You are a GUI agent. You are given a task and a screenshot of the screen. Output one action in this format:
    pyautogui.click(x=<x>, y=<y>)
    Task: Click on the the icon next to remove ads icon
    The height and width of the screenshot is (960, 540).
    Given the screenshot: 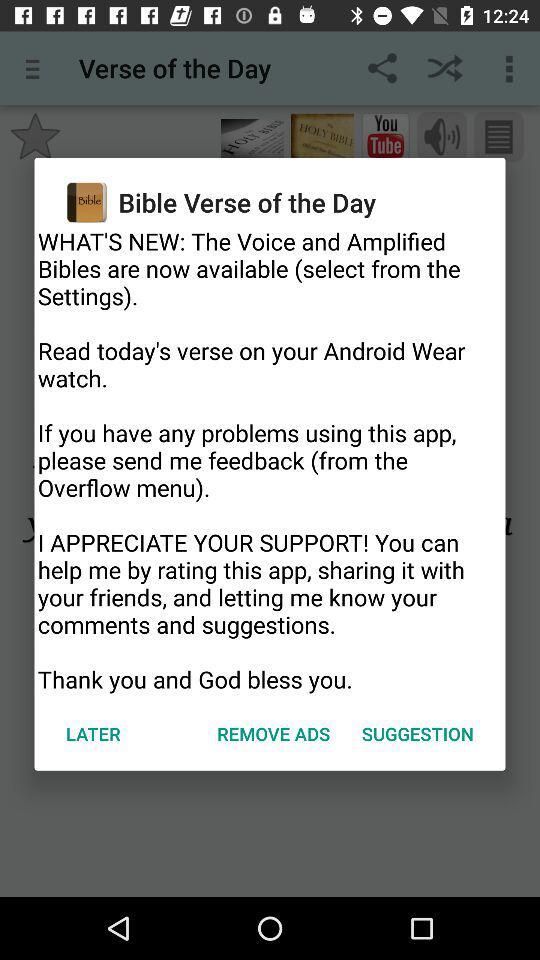 What is the action you would take?
    pyautogui.click(x=416, y=732)
    